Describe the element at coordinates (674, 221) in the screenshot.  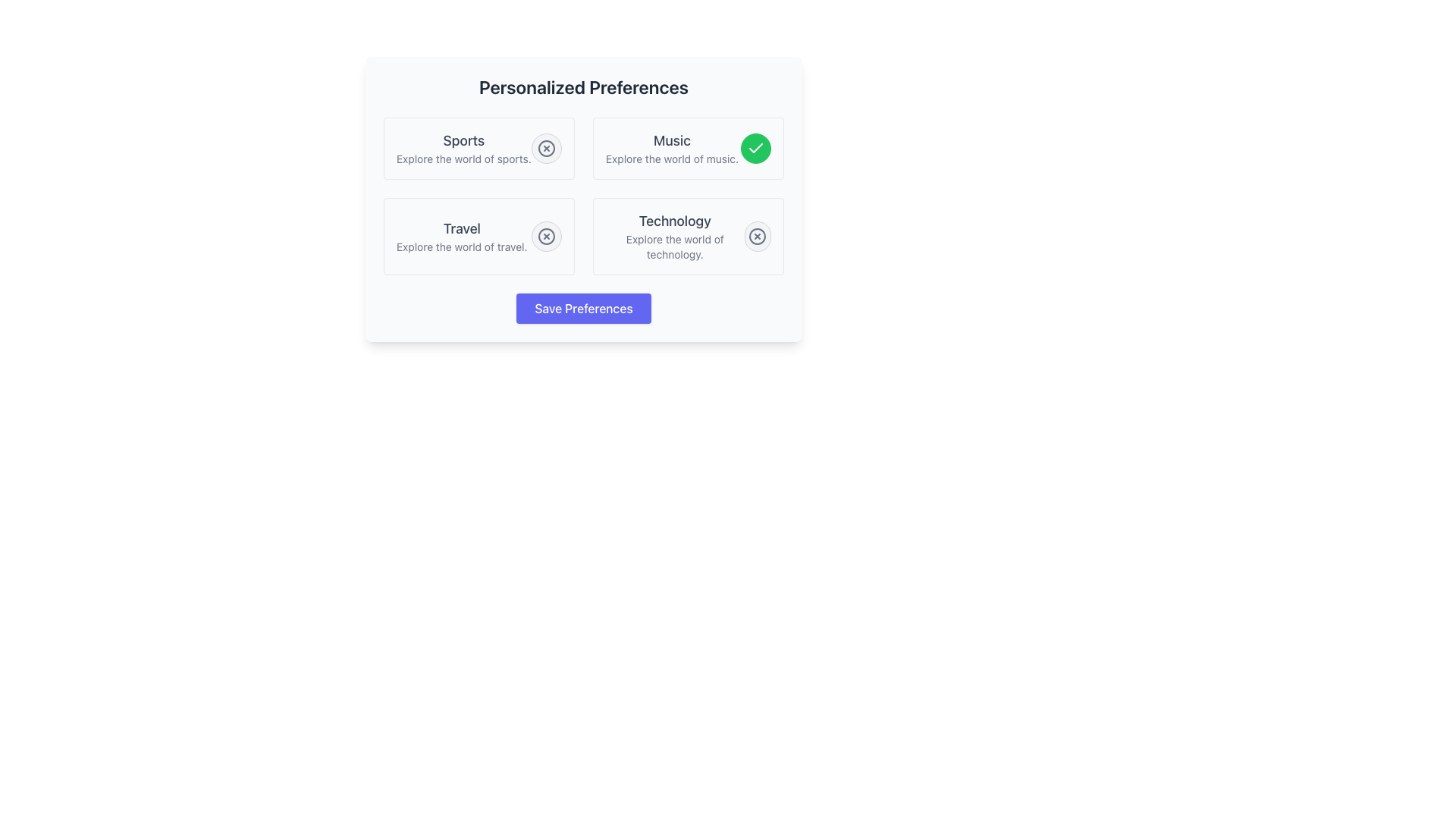
I see `the Text Label that serves as the title for the 'Technology' section, located at the bottom-right of a grid layout, directly above the description 'Explore the world of technology'` at that location.